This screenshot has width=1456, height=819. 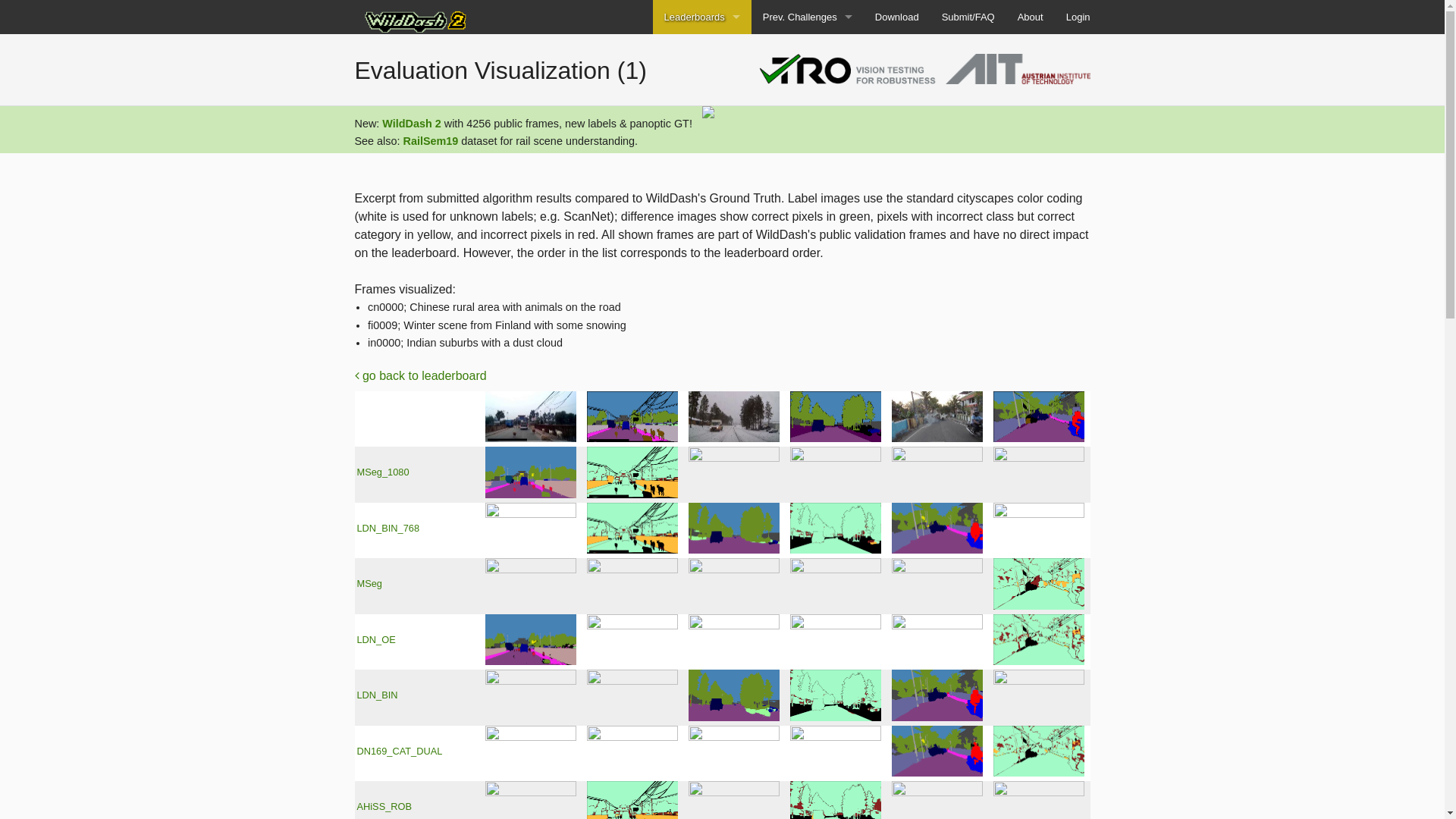 I want to click on 'MSeg_1080', so click(x=382, y=471).